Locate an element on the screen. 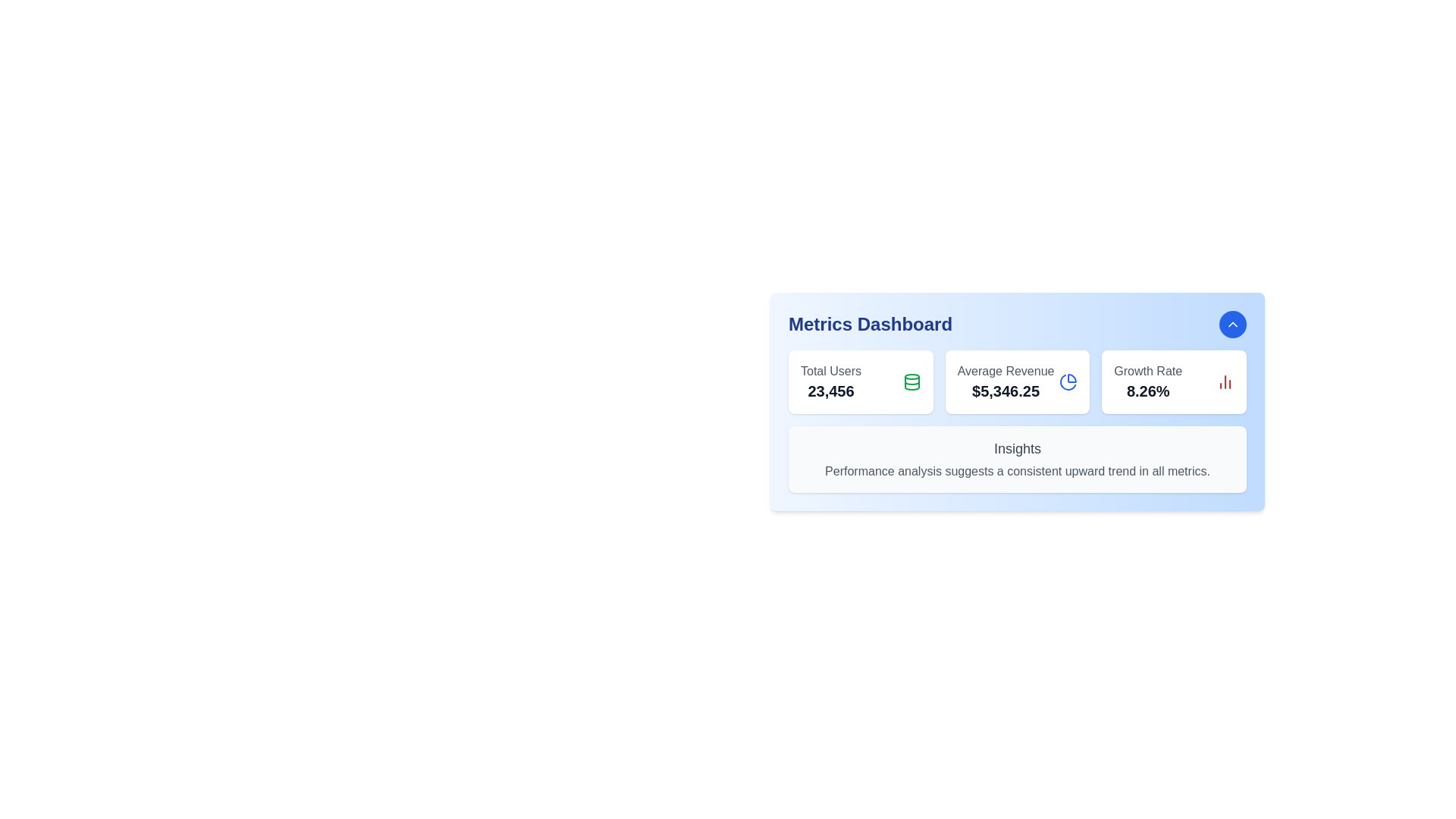  the 'Growth Rate' card in the Metrics Dashboard section, which displays a numerical percentage '8.26%' and a red bar chart icon is located at coordinates (1173, 381).